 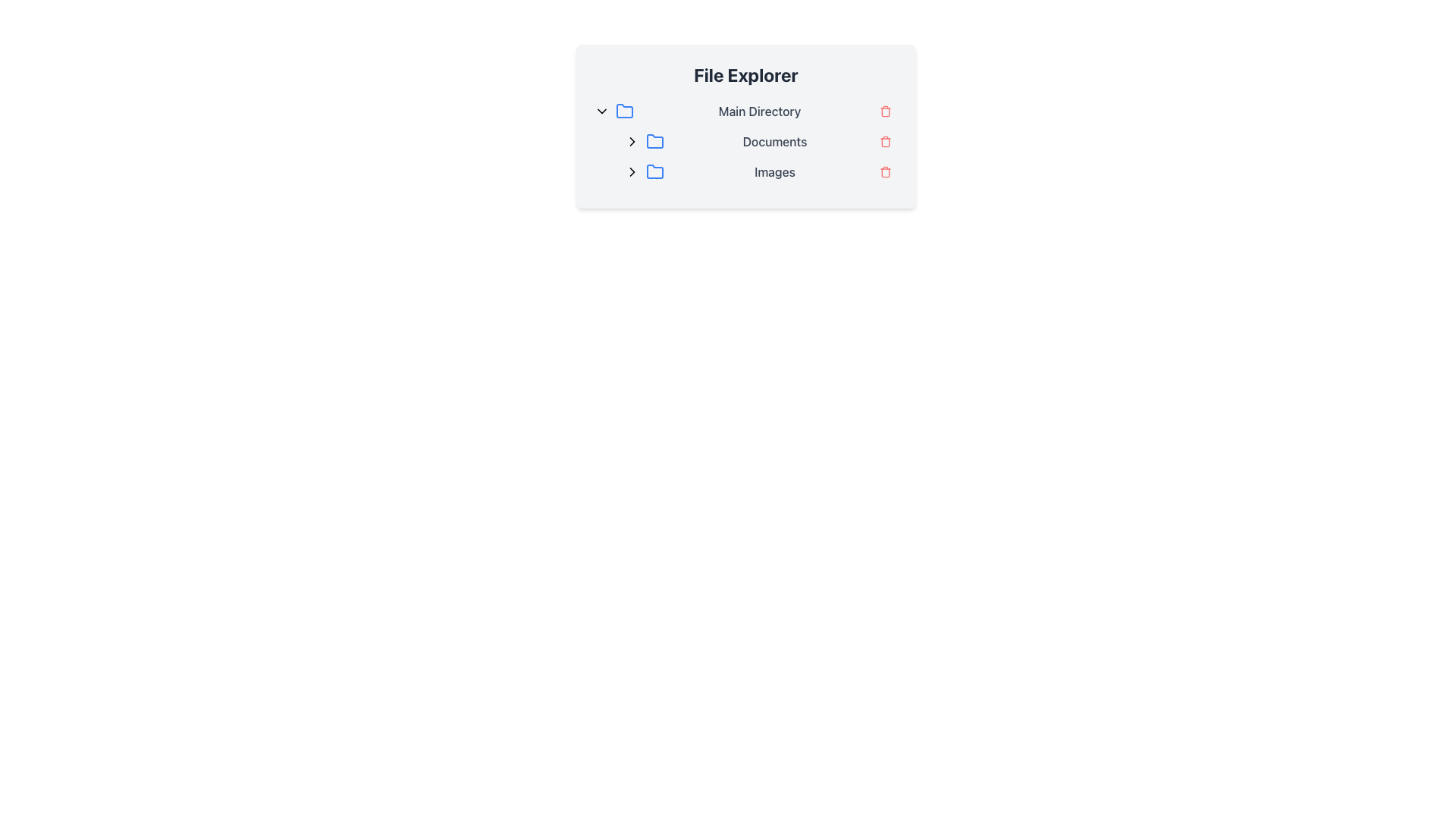 What do you see at coordinates (655, 171) in the screenshot?
I see `the blue outlined folder icon in the file explorer interface, located immediately to the left of the 'Images' label` at bounding box center [655, 171].